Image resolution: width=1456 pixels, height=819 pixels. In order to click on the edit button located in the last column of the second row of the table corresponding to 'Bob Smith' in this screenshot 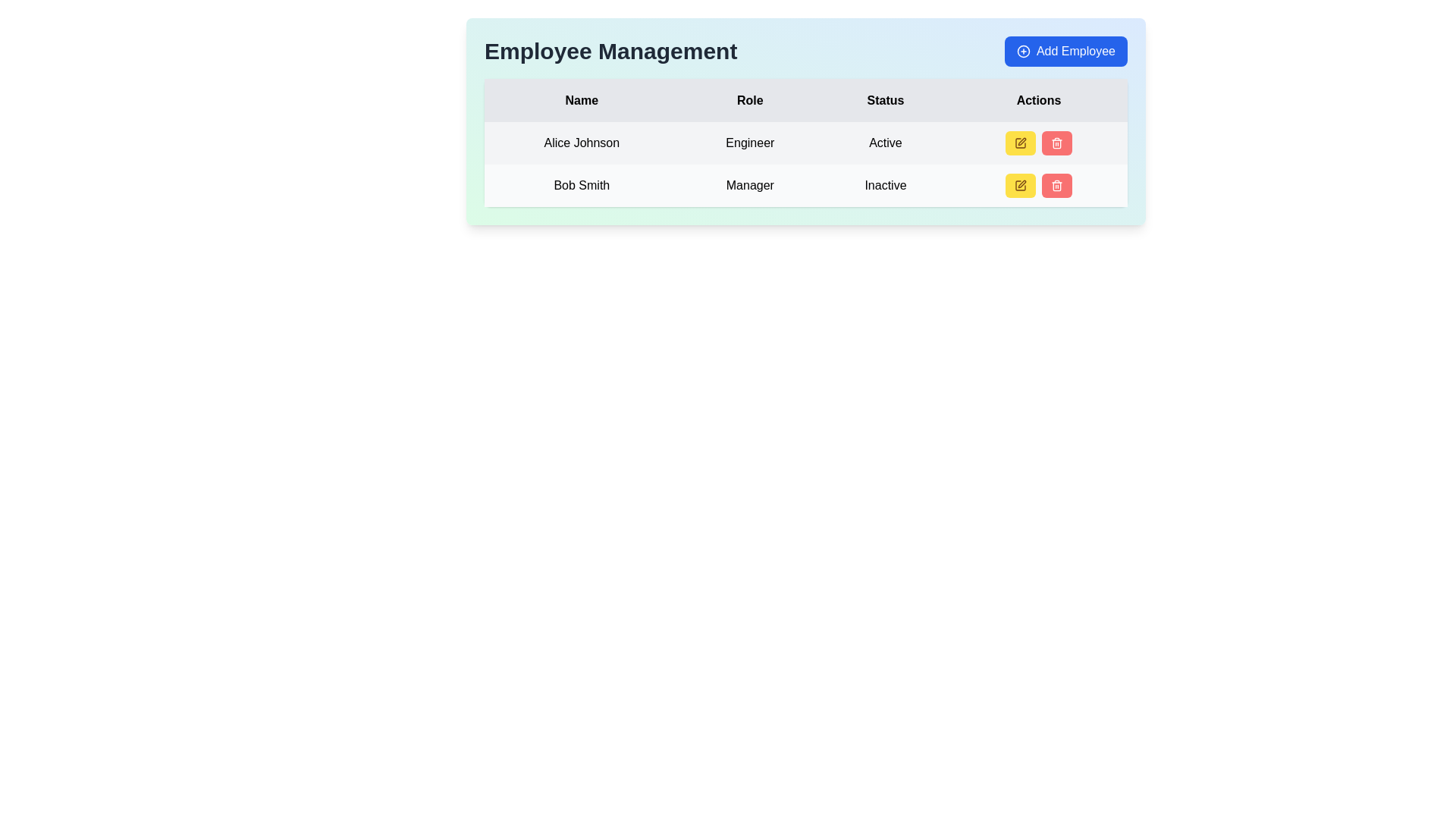, I will do `click(1037, 185)`.